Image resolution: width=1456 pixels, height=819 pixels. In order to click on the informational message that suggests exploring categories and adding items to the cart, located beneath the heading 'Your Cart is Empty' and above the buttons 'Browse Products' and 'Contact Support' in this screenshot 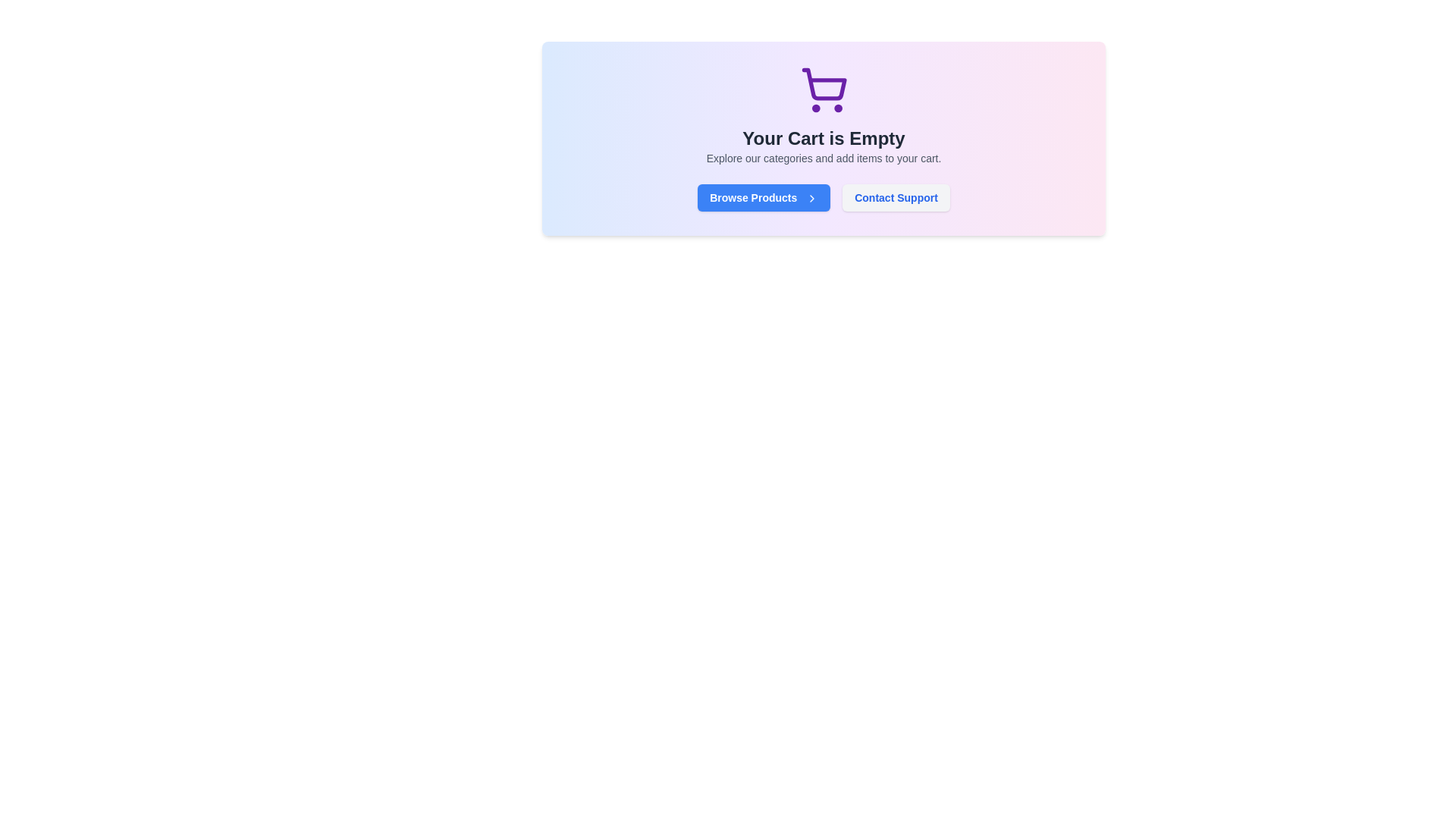, I will do `click(823, 158)`.